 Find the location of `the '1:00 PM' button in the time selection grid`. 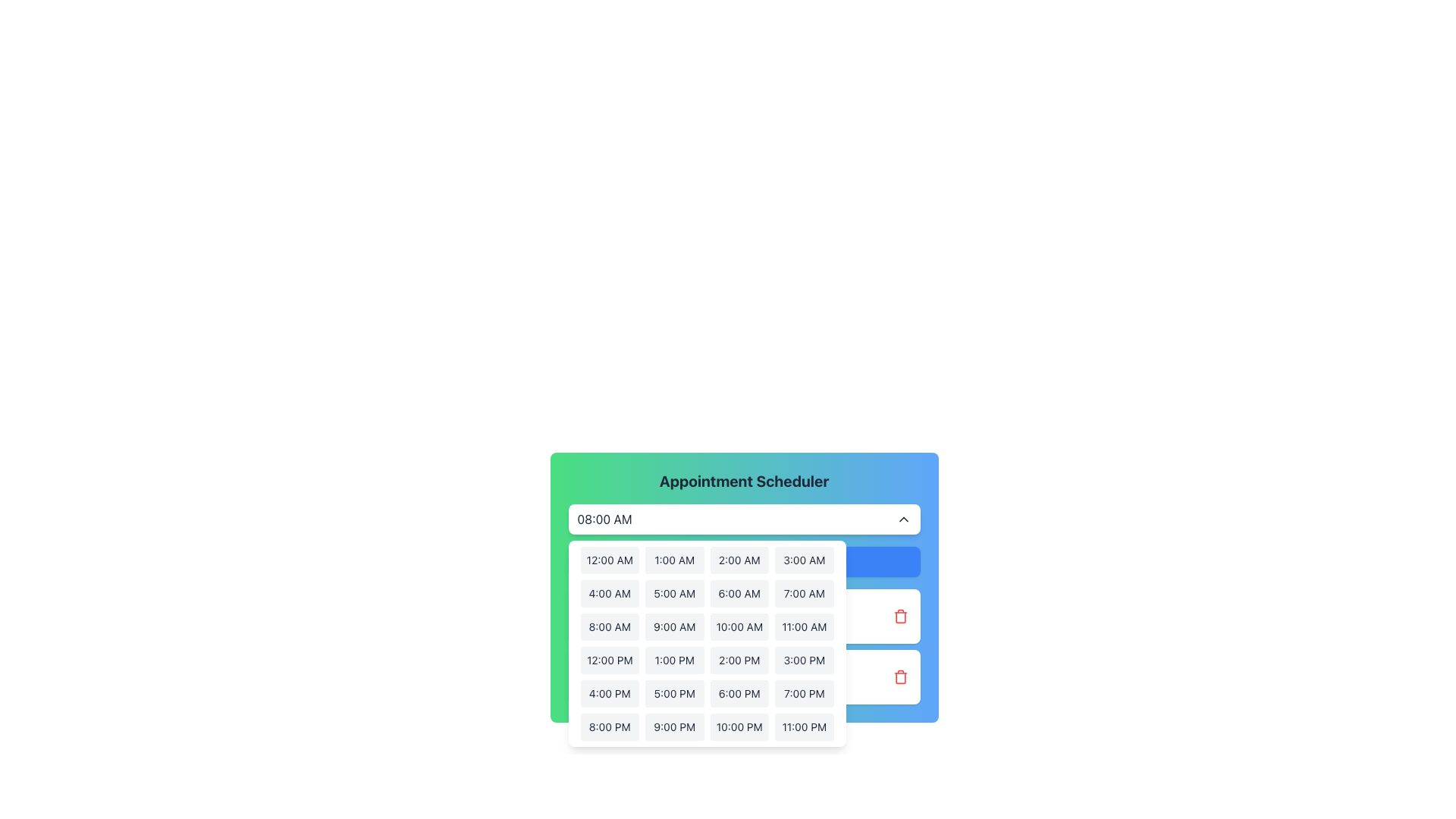

the '1:00 PM' button in the time selection grid is located at coordinates (673, 660).